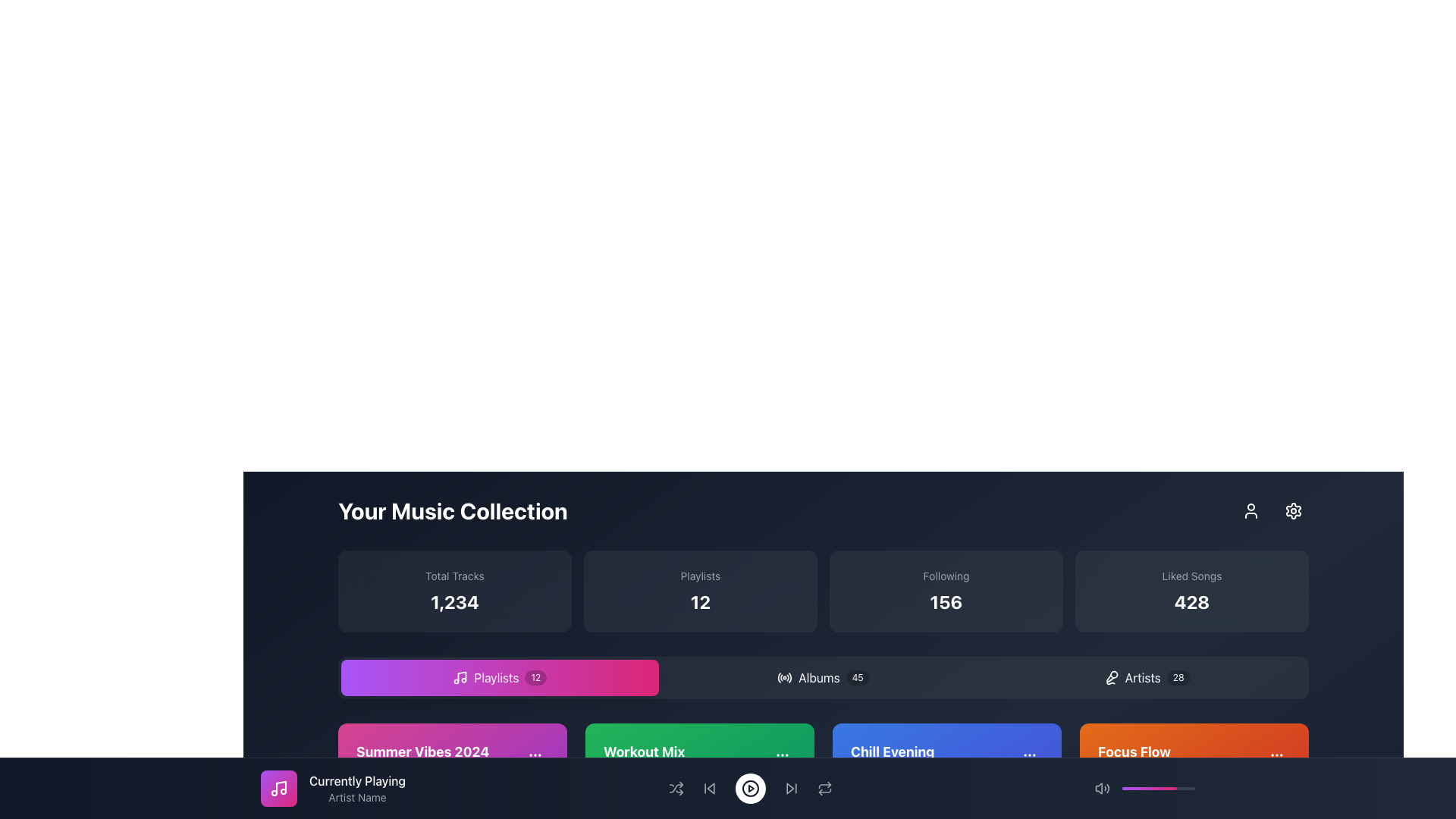 This screenshot has height=819, width=1456. Describe the element at coordinates (500, 677) in the screenshot. I see `the first button in the group of three buttons under 'Your Music Collection'` at that location.